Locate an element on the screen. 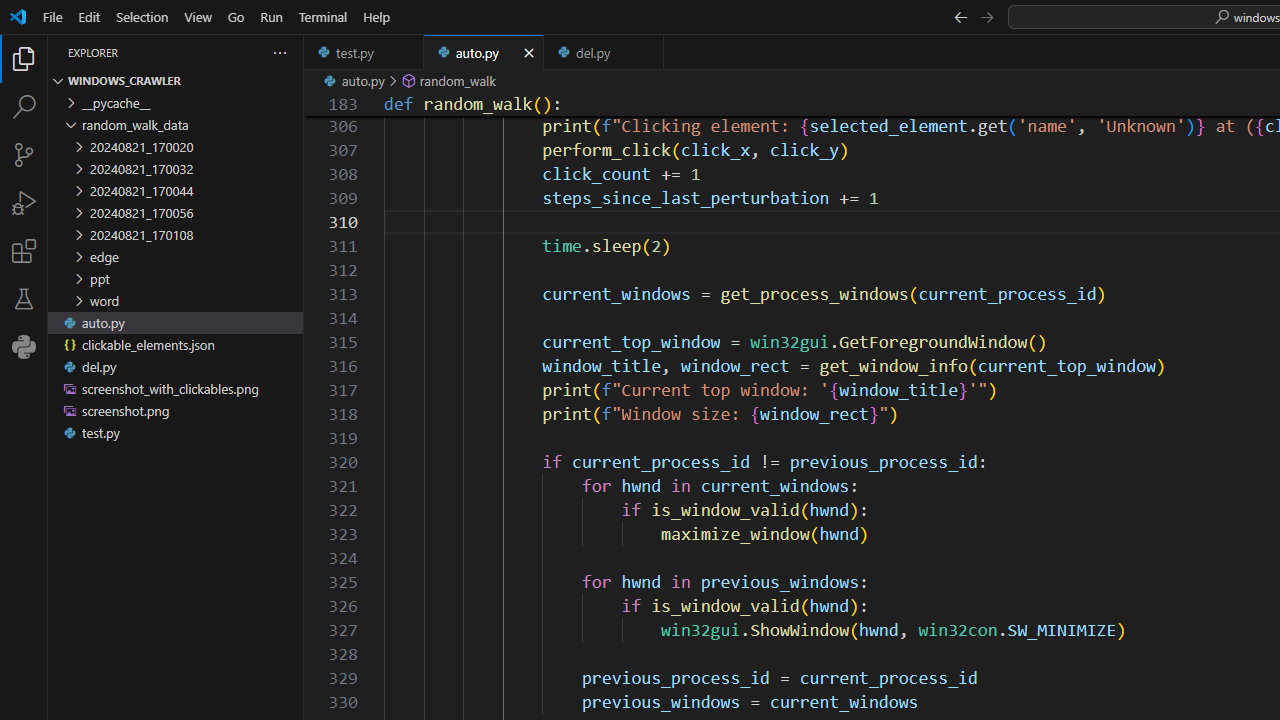  'del.py' is located at coordinates (603, 51).